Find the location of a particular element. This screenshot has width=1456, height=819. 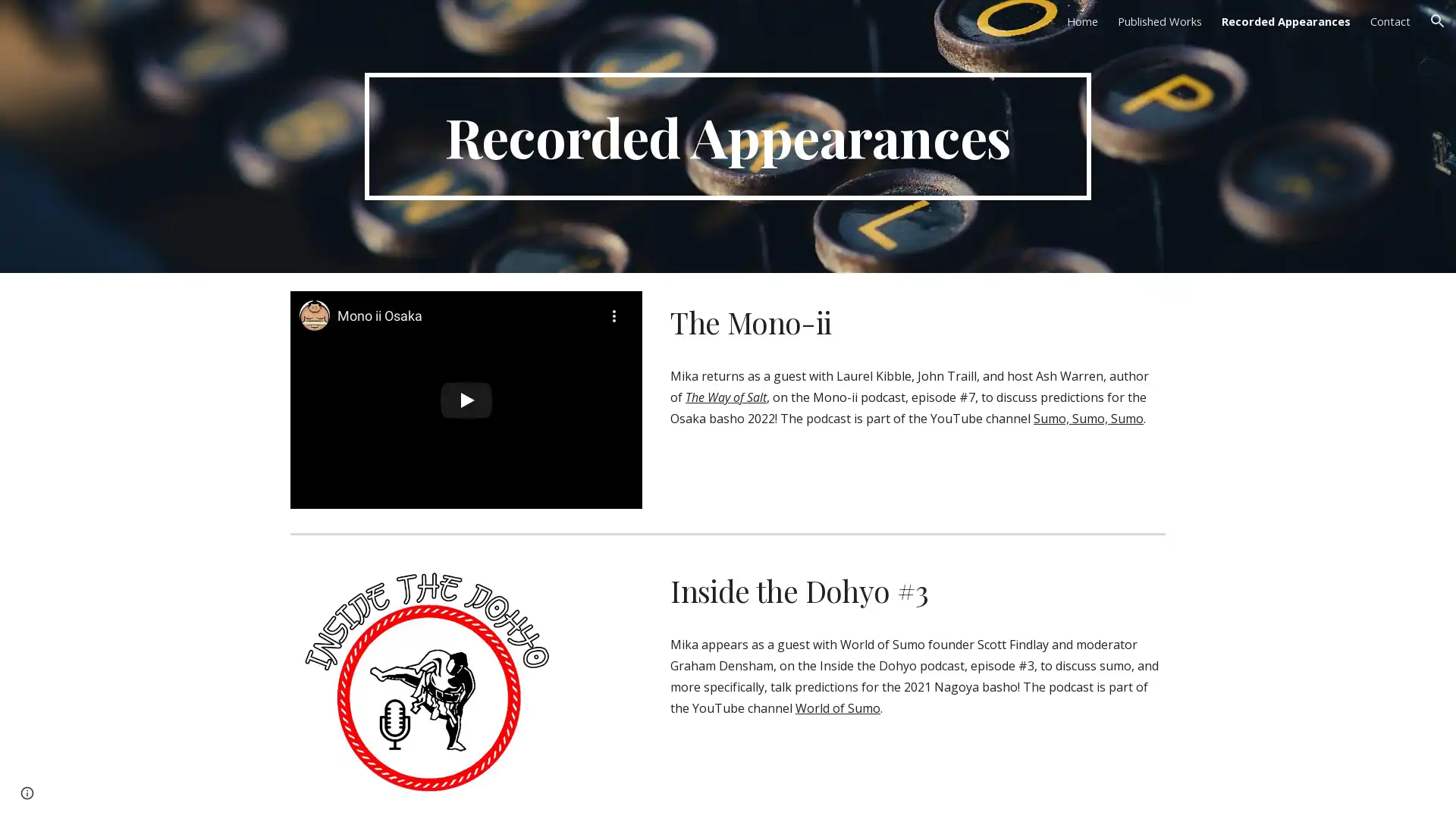

Site actions is located at coordinates (27, 792).